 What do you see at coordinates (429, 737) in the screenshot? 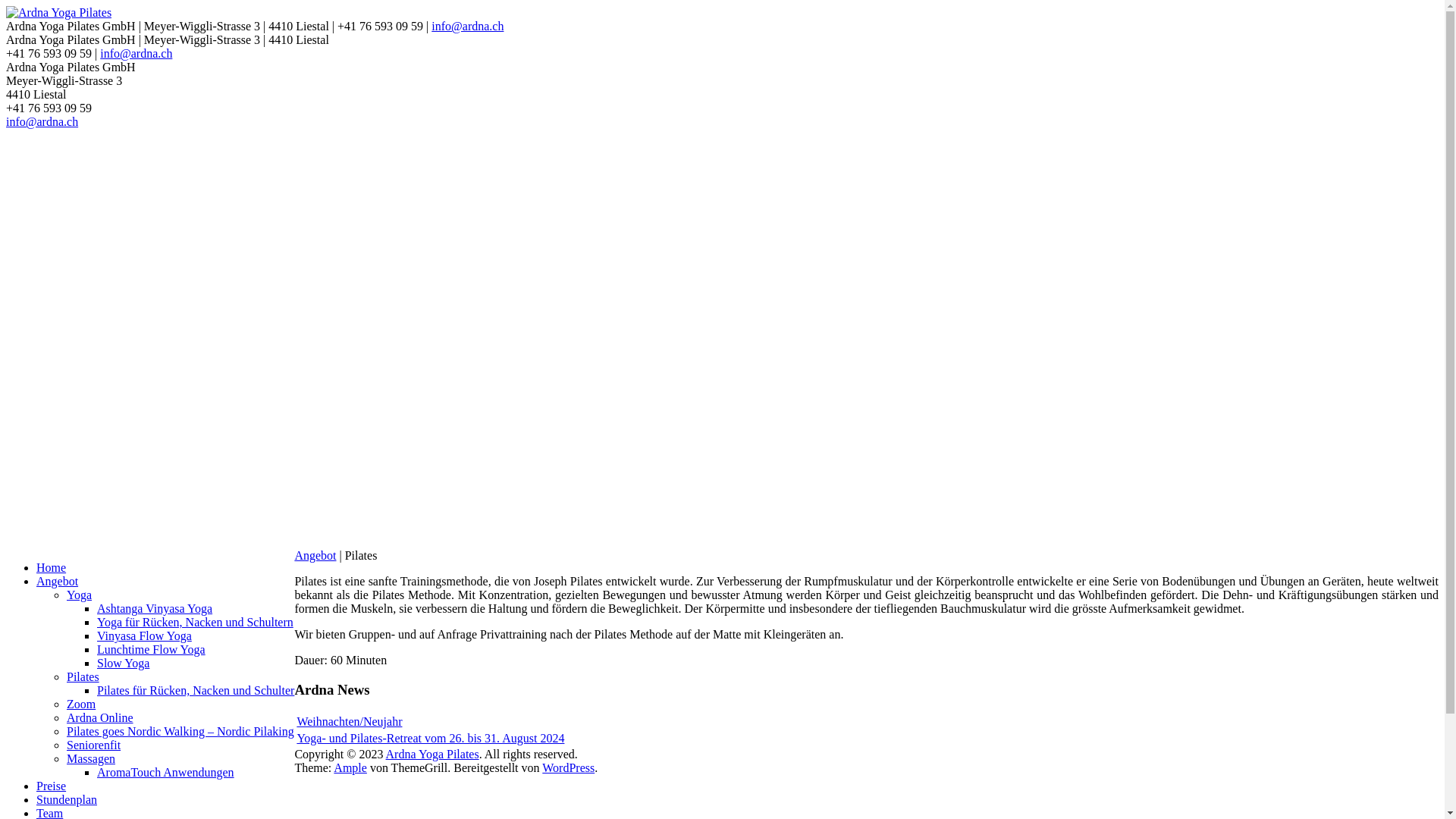
I see `'Yoga- und Pilates-Retreat vom 26. bis 31. August 2024'` at bounding box center [429, 737].